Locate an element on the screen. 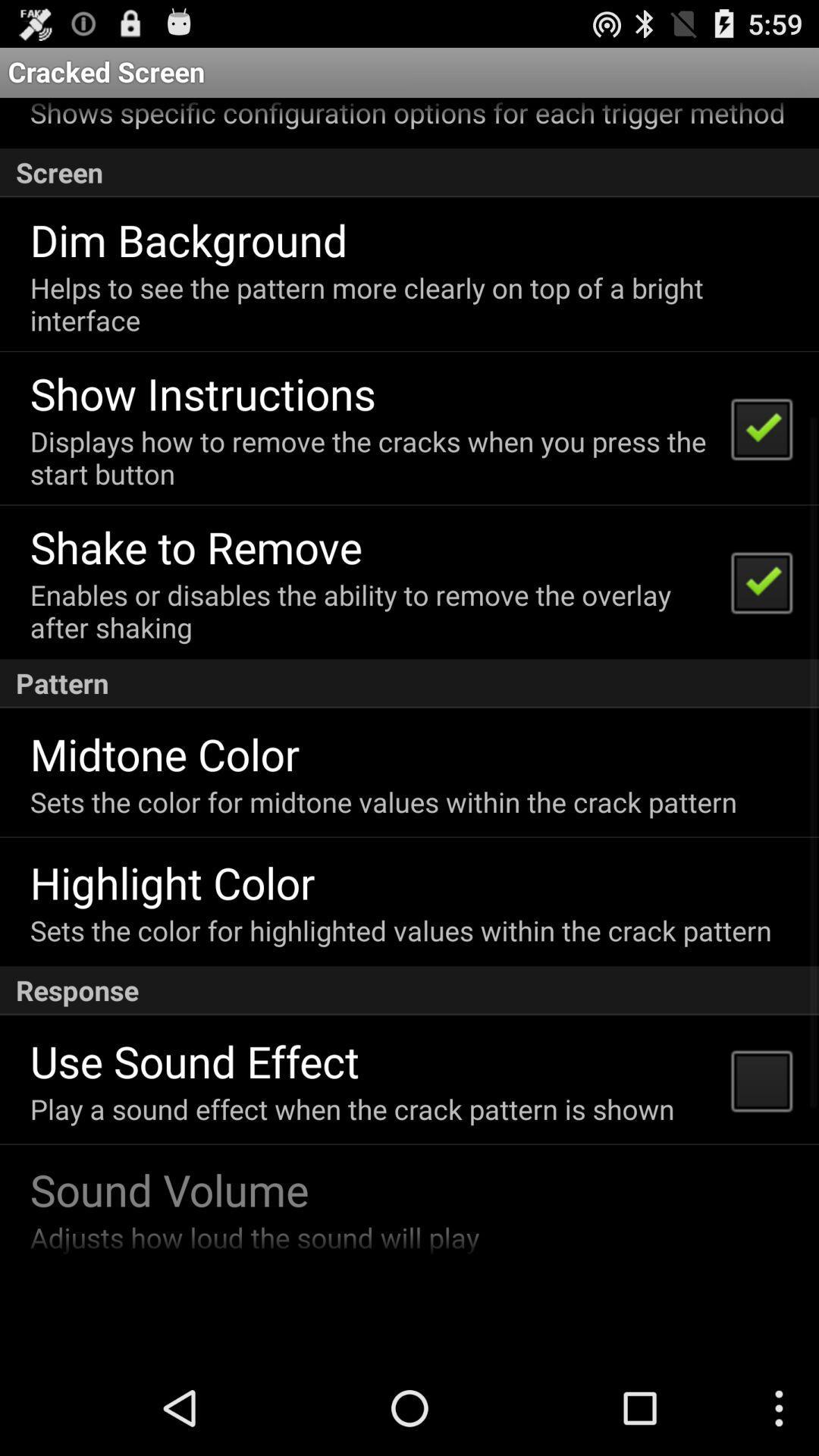 This screenshot has height=1456, width=819. item below helps to see app is located at coordinates (202, 393).